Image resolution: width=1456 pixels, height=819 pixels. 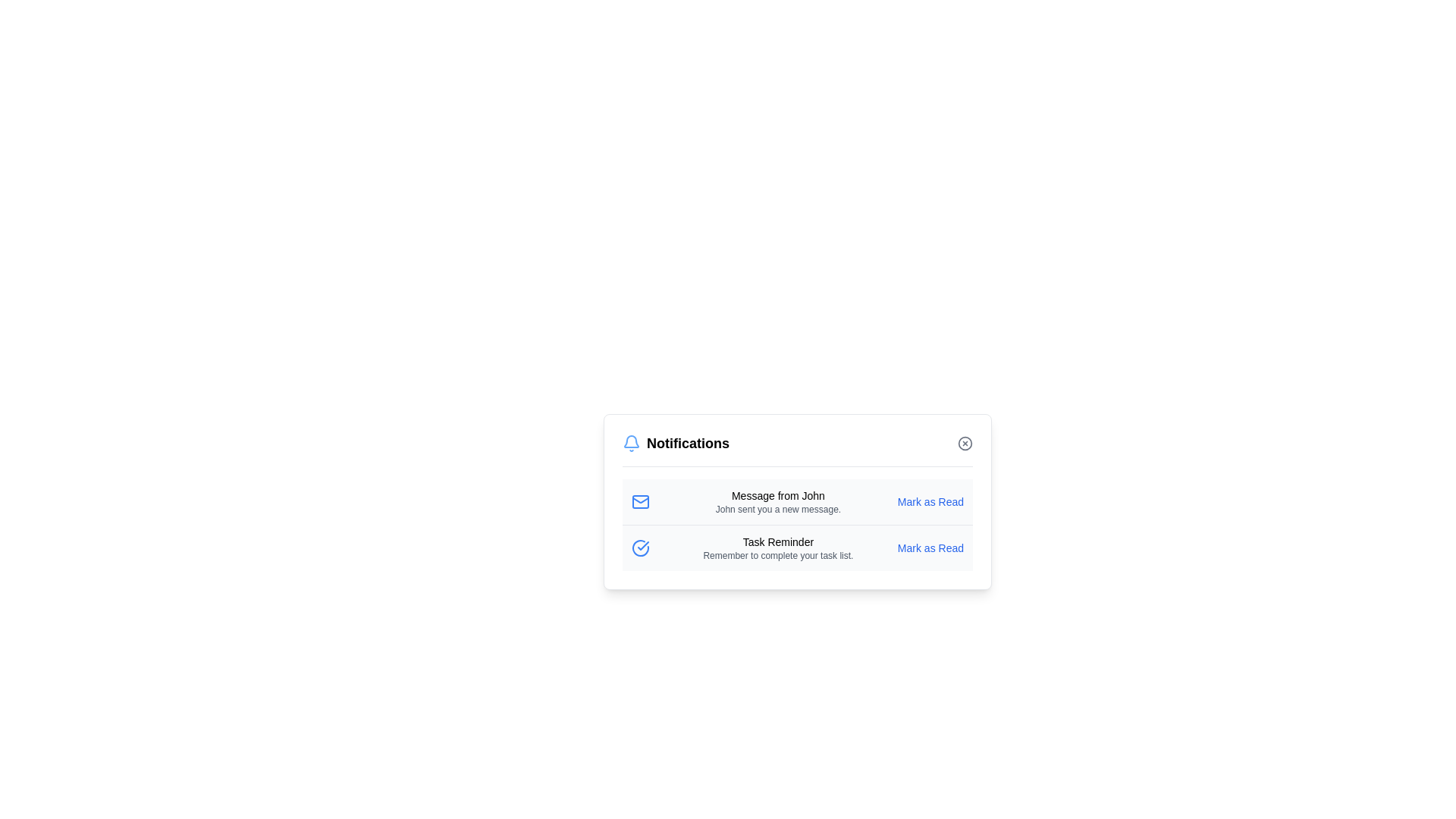 What do you see at coordinates (778, 548) in the screenshot?
I see `the 'Task Reminder' text block, which consists of a bold title and an informative message, located in the second row of the notification list` at bounding box center [778, 548].